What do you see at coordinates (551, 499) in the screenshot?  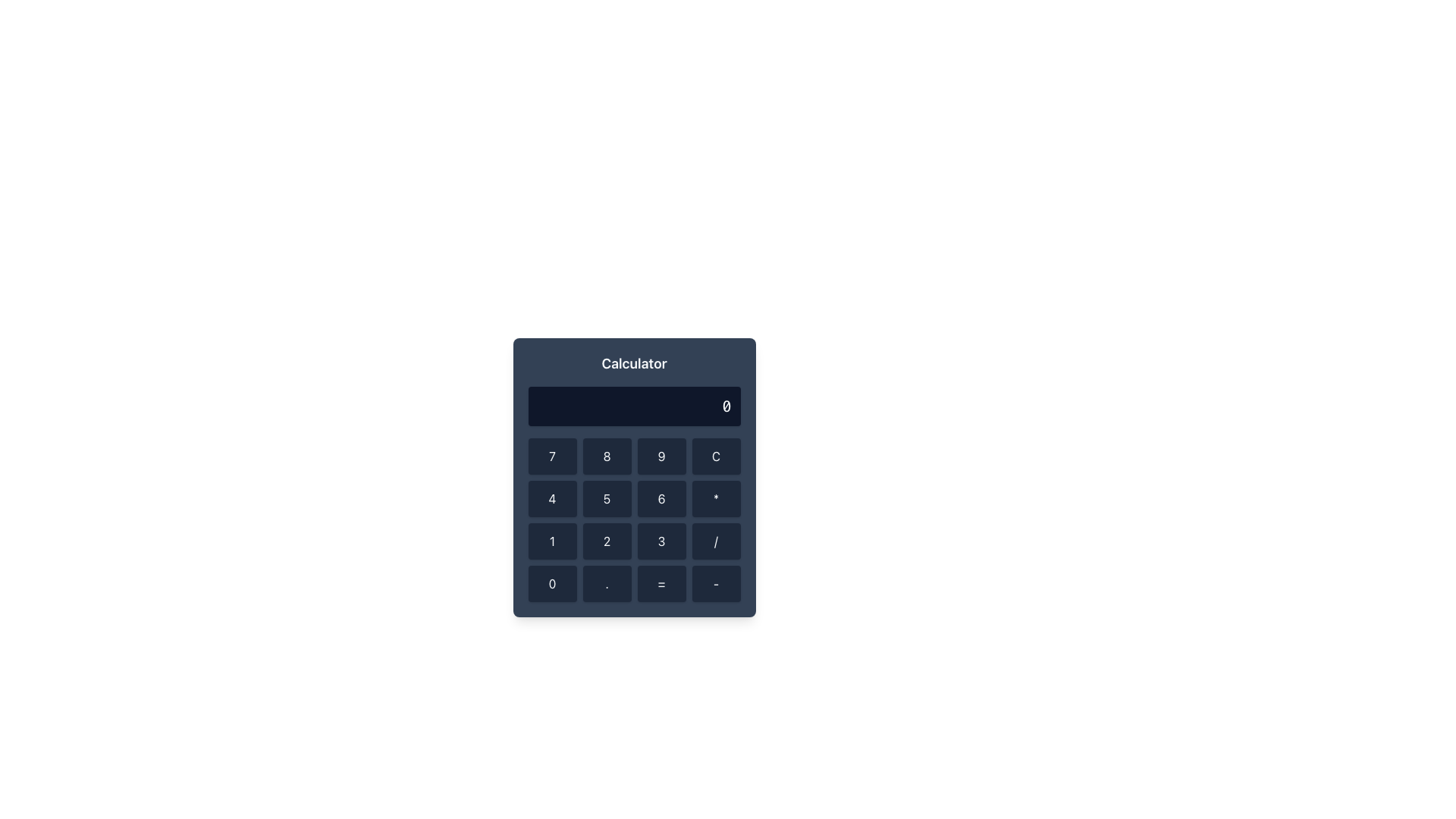 I see `the button labeled '4' which is located in the second row, first column of the calculator grid to input the number '4'` at bounding box center [551, 499].